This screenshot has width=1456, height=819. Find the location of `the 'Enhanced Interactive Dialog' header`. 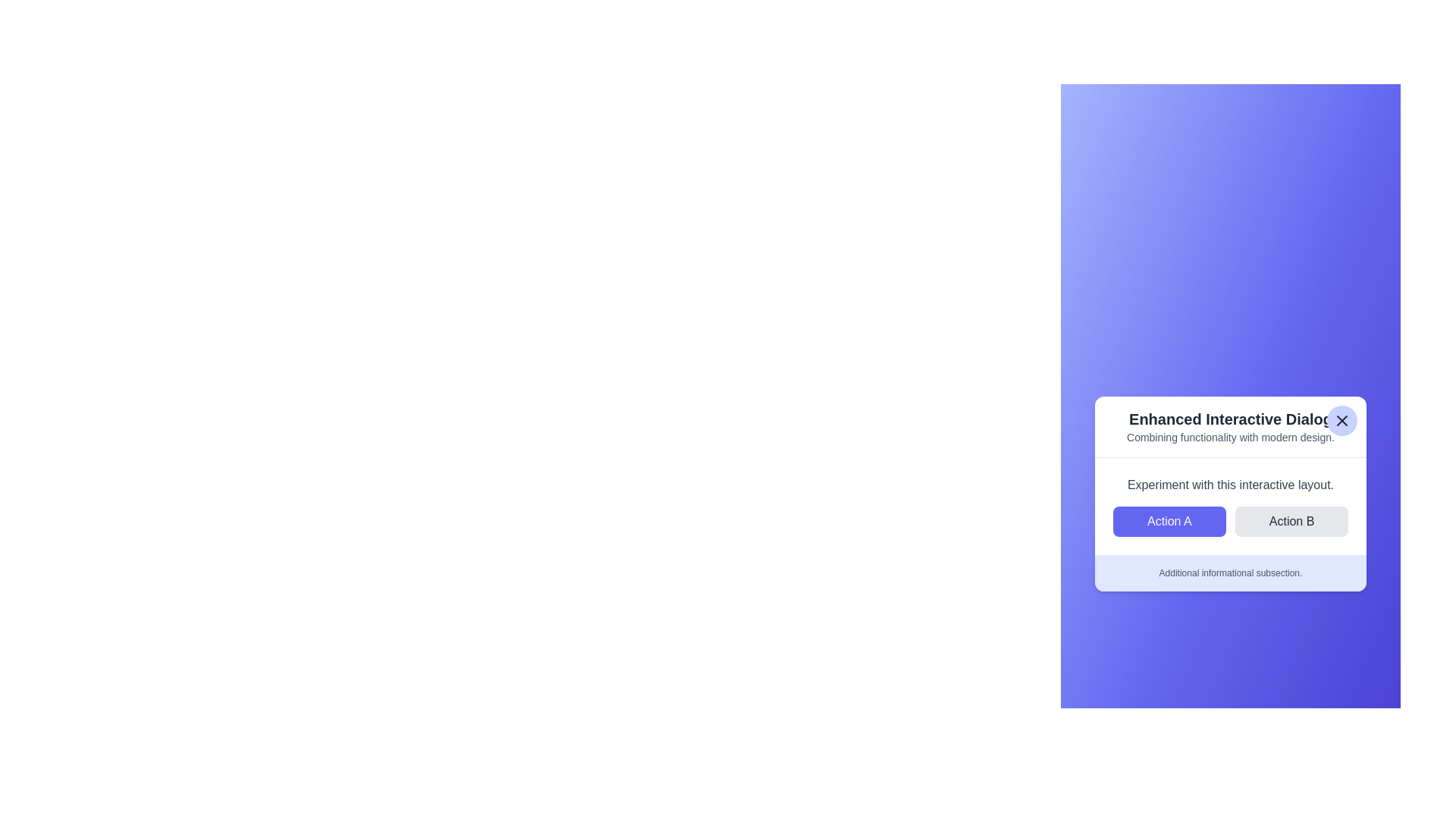

the 'Enhanced Interactive Dialog' header is located at coordinates (1230, 427).